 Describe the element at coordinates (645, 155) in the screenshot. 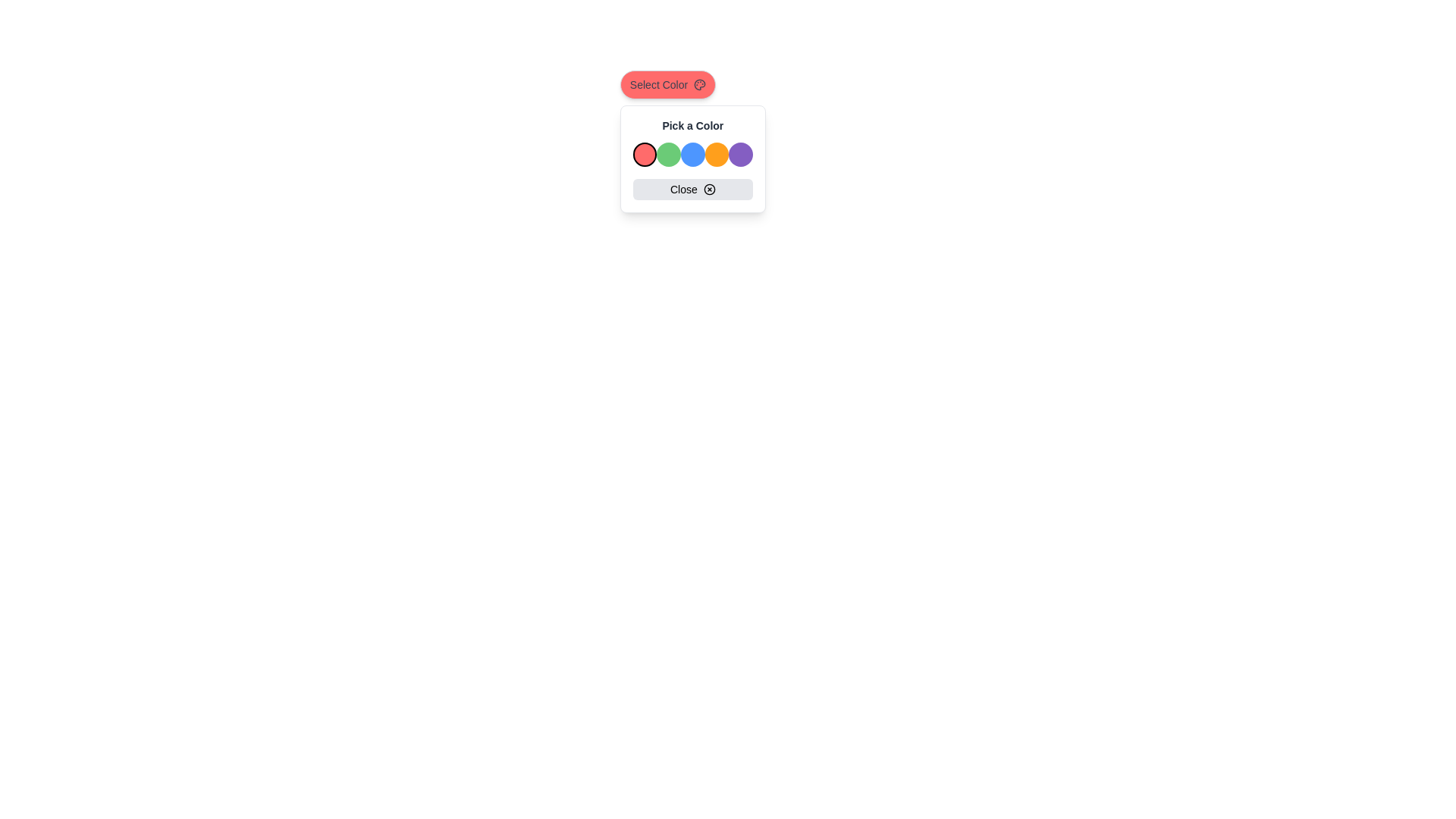

I see `the leftmost red color selection button` at that location.